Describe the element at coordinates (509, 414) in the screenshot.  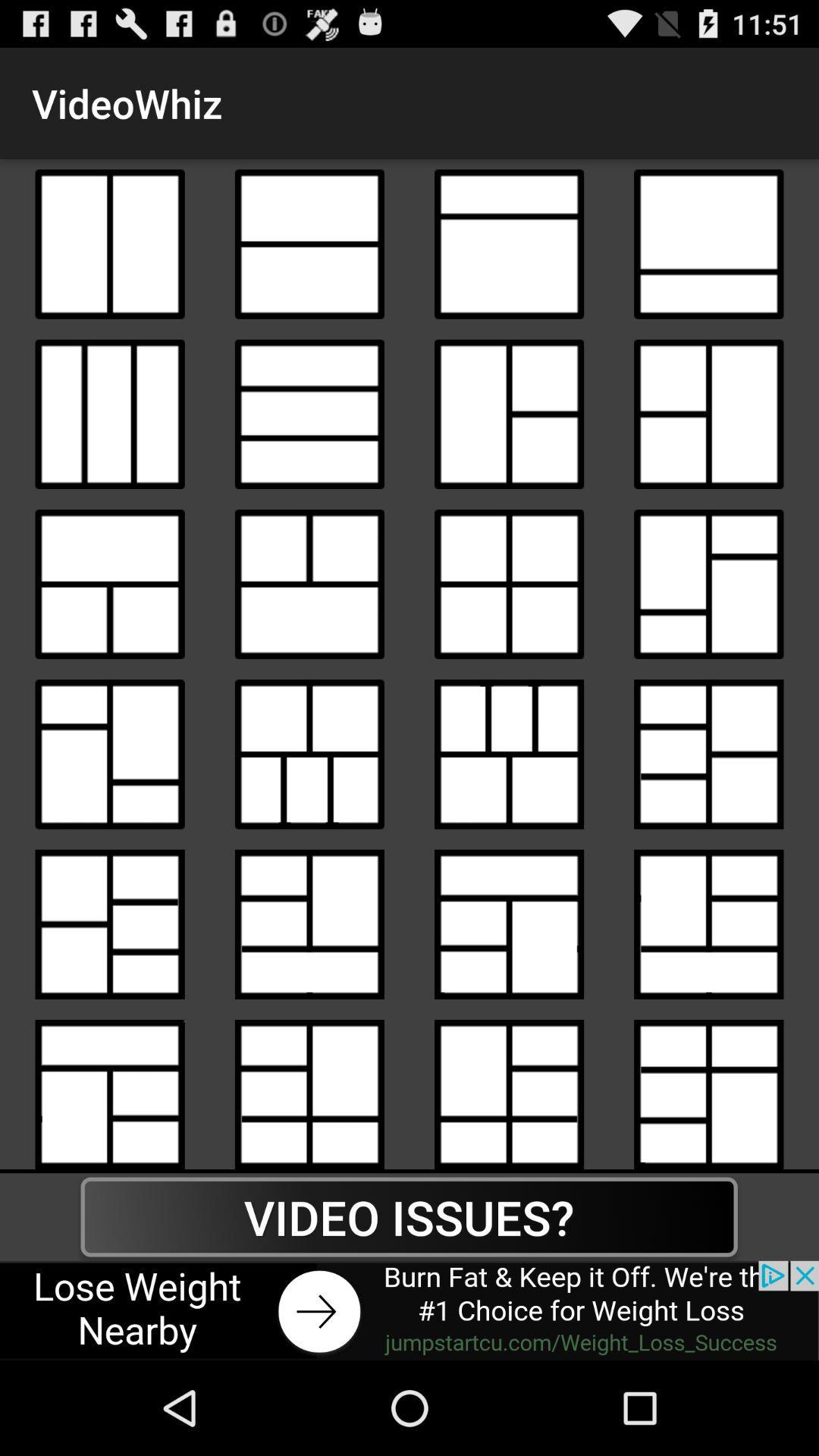
I see `model of grid` at that location.